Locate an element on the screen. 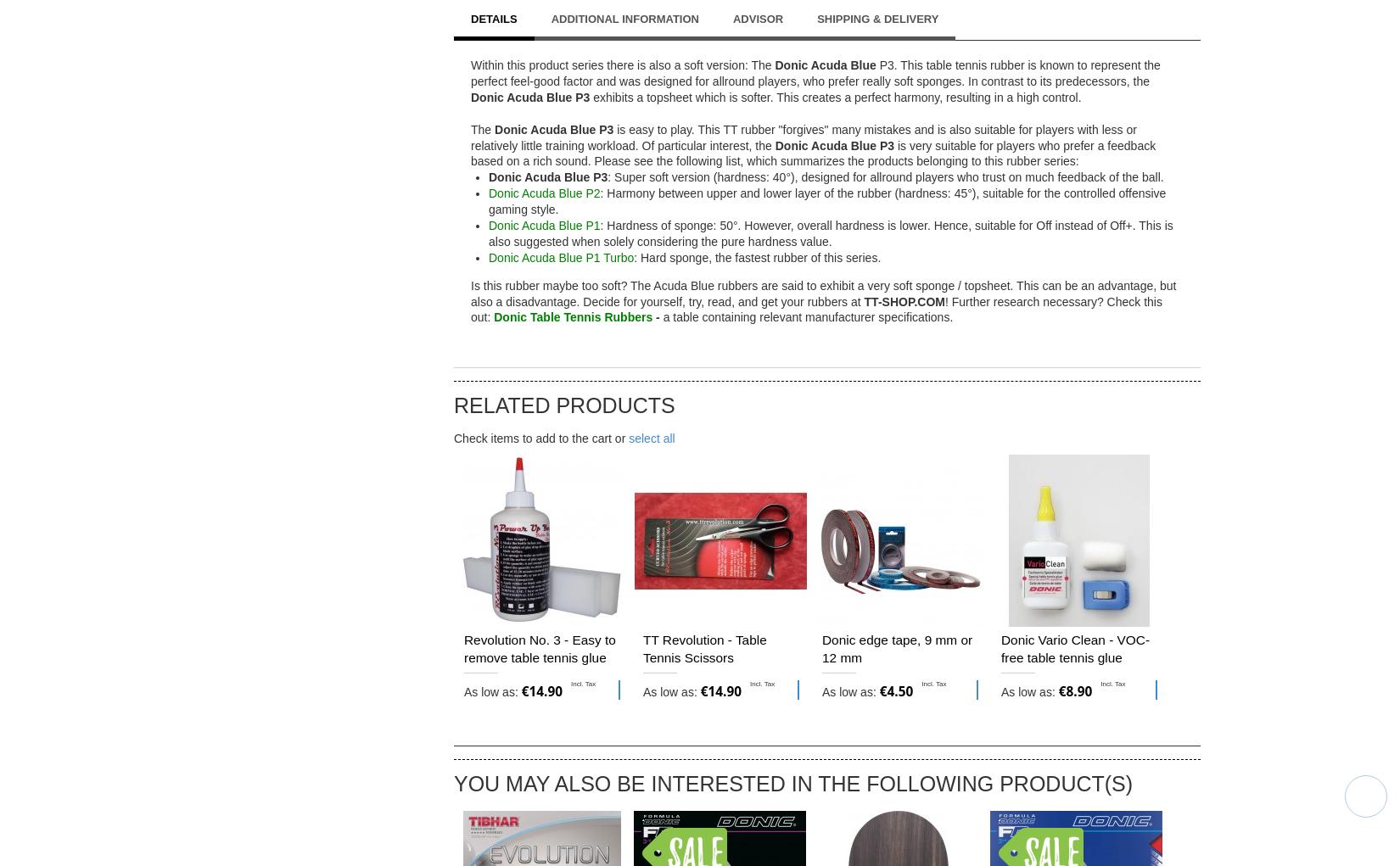  '€8.90' is located at coordinates (1074, 690).